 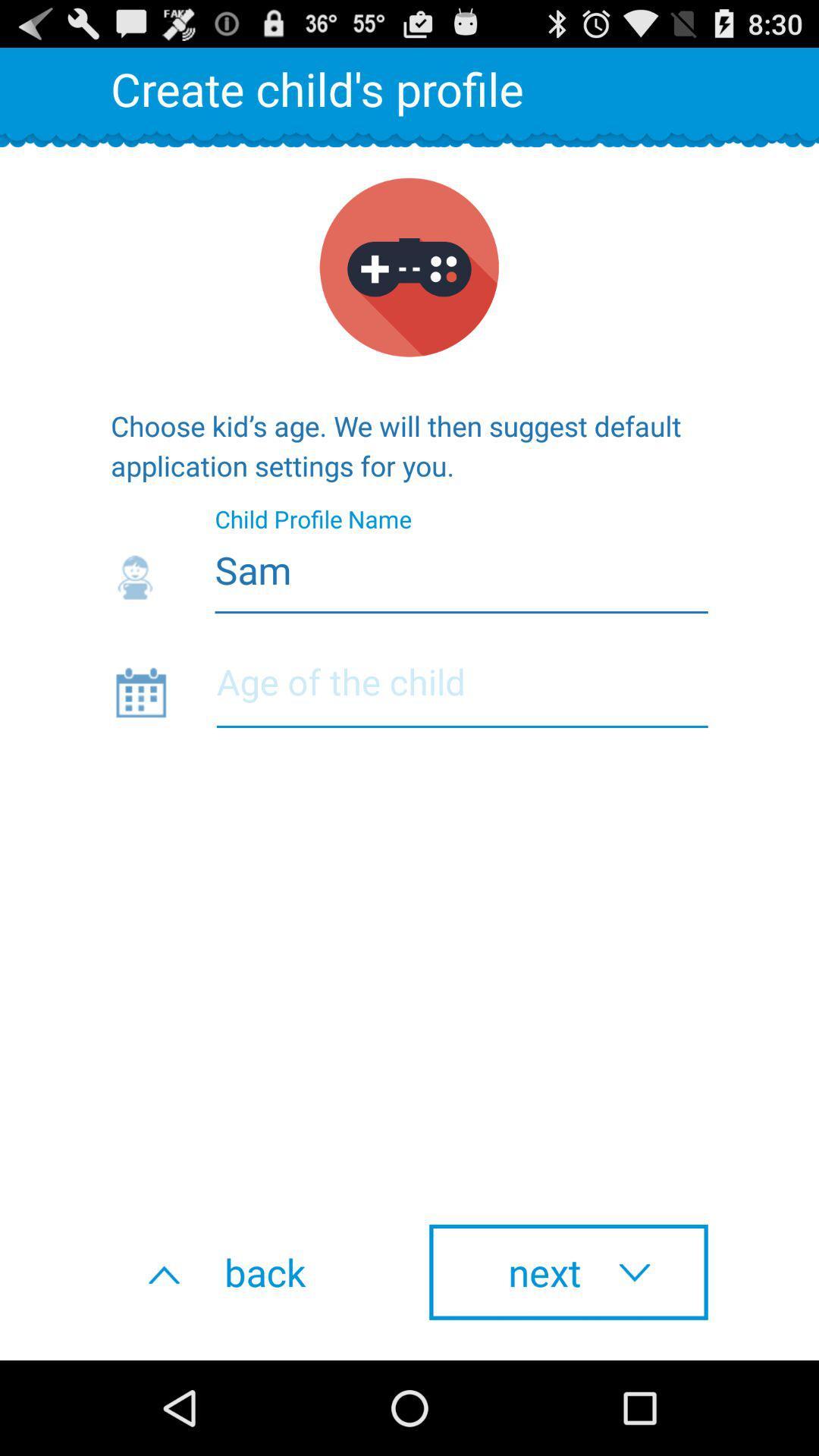 I want to click on the item next to back button, so click(x=568, y=1272).